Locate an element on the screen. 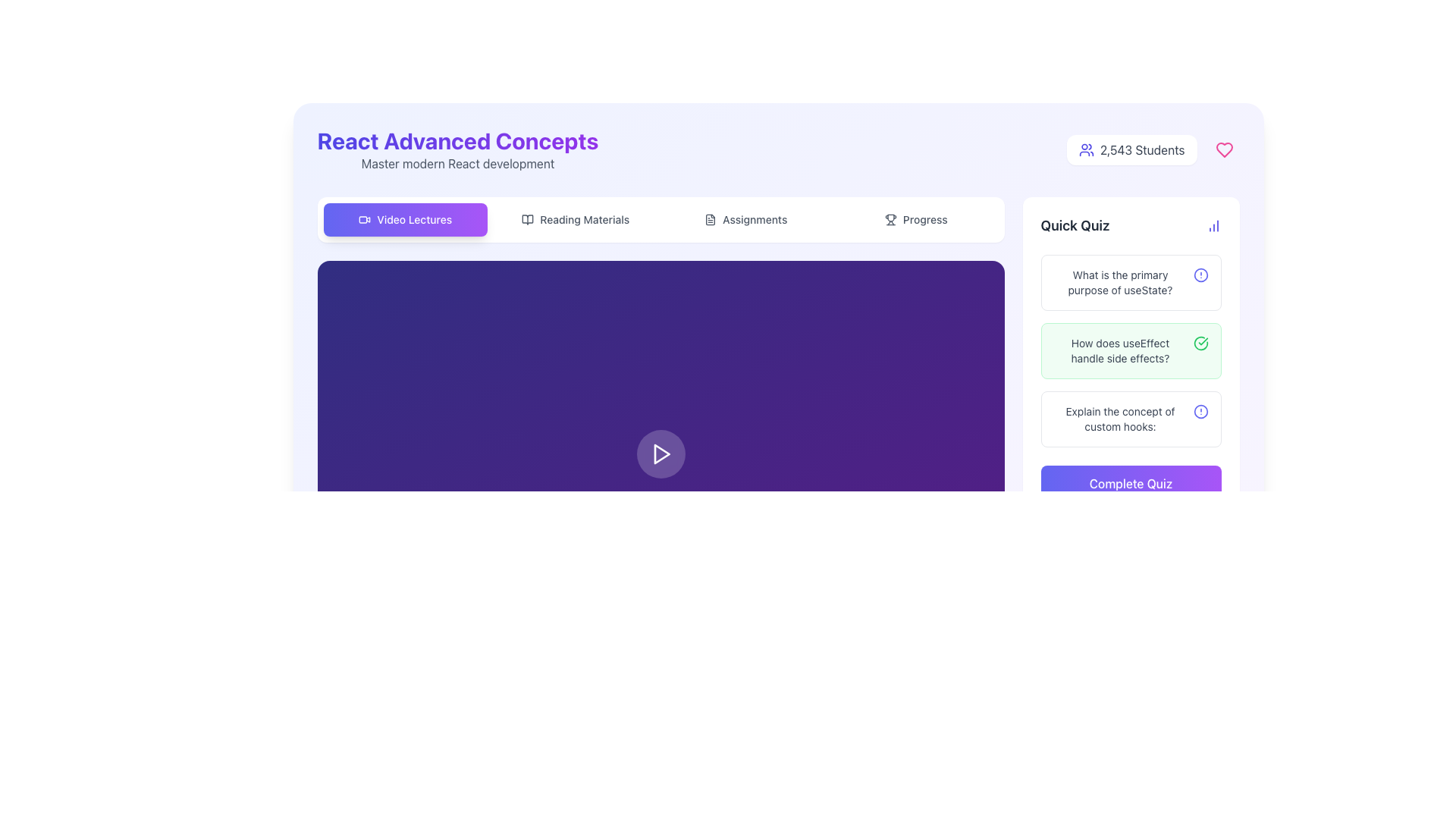 The height and width of the screenshot is (819, 1456). the circular alert icon with a purple outline located next to the text 'Explain the concept of custom hooks:' in the quiz question list is located at coordinates (1200, 412).